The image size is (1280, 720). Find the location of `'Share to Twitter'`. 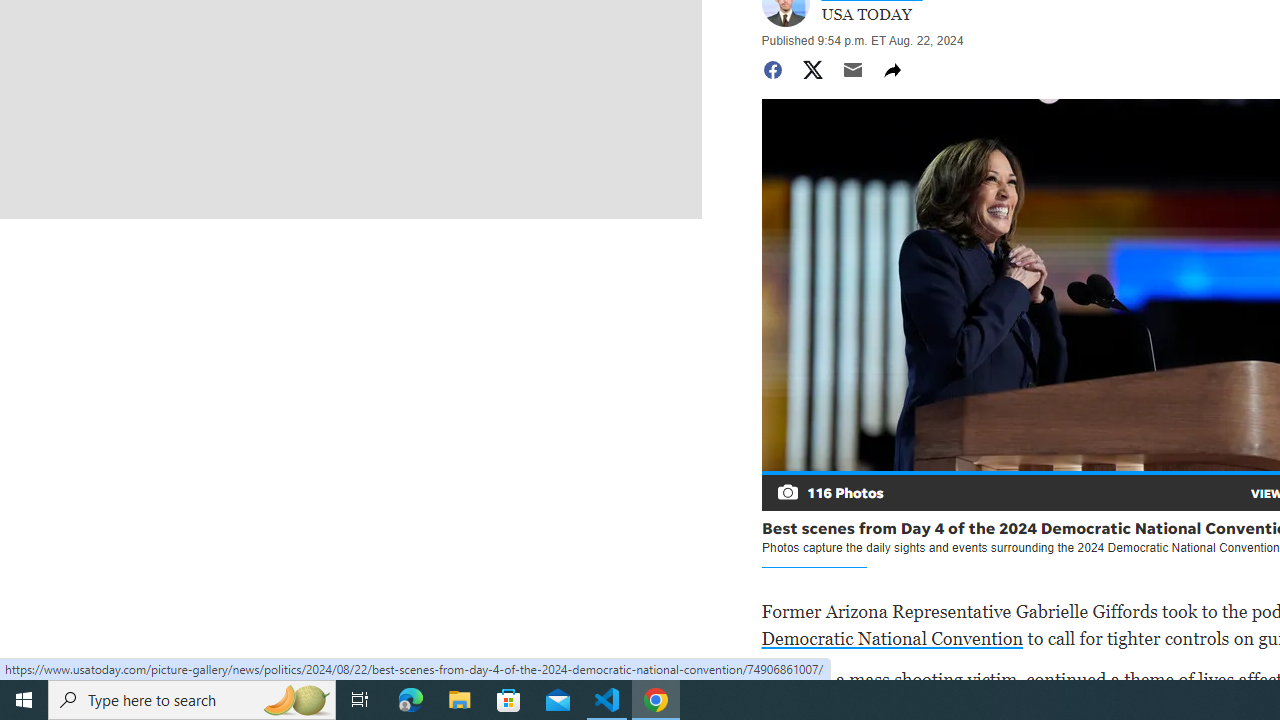

'Share to Twitter' is located at coordinates (812, 68).